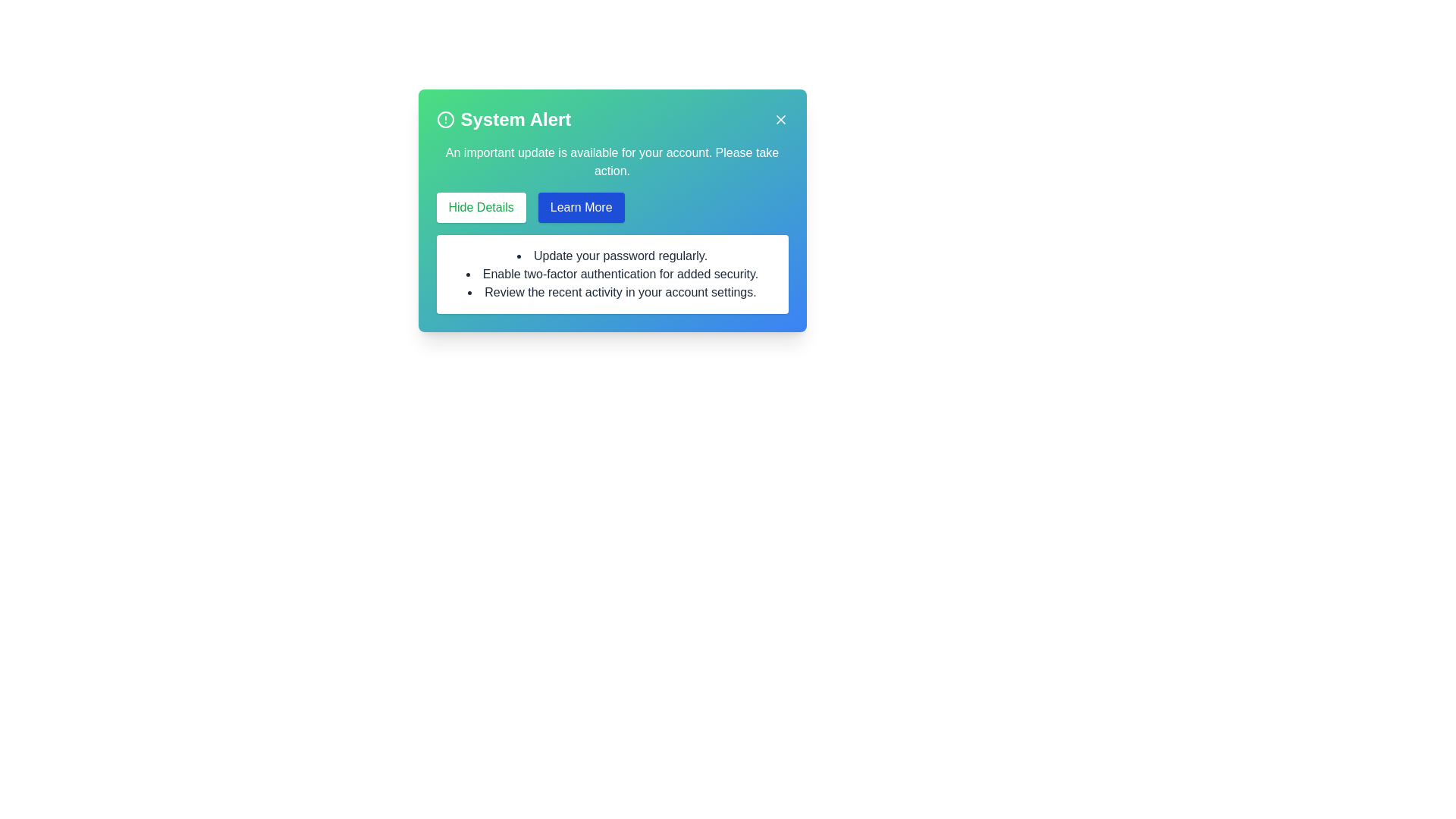 The width and height of the screenshot is (1456, 819). I want to click on the informational text content that instructs users to check their account settings for recent activity, located in the third position of the ordered list within the 'System Alert' notification pop-up window, so click(612, 292).